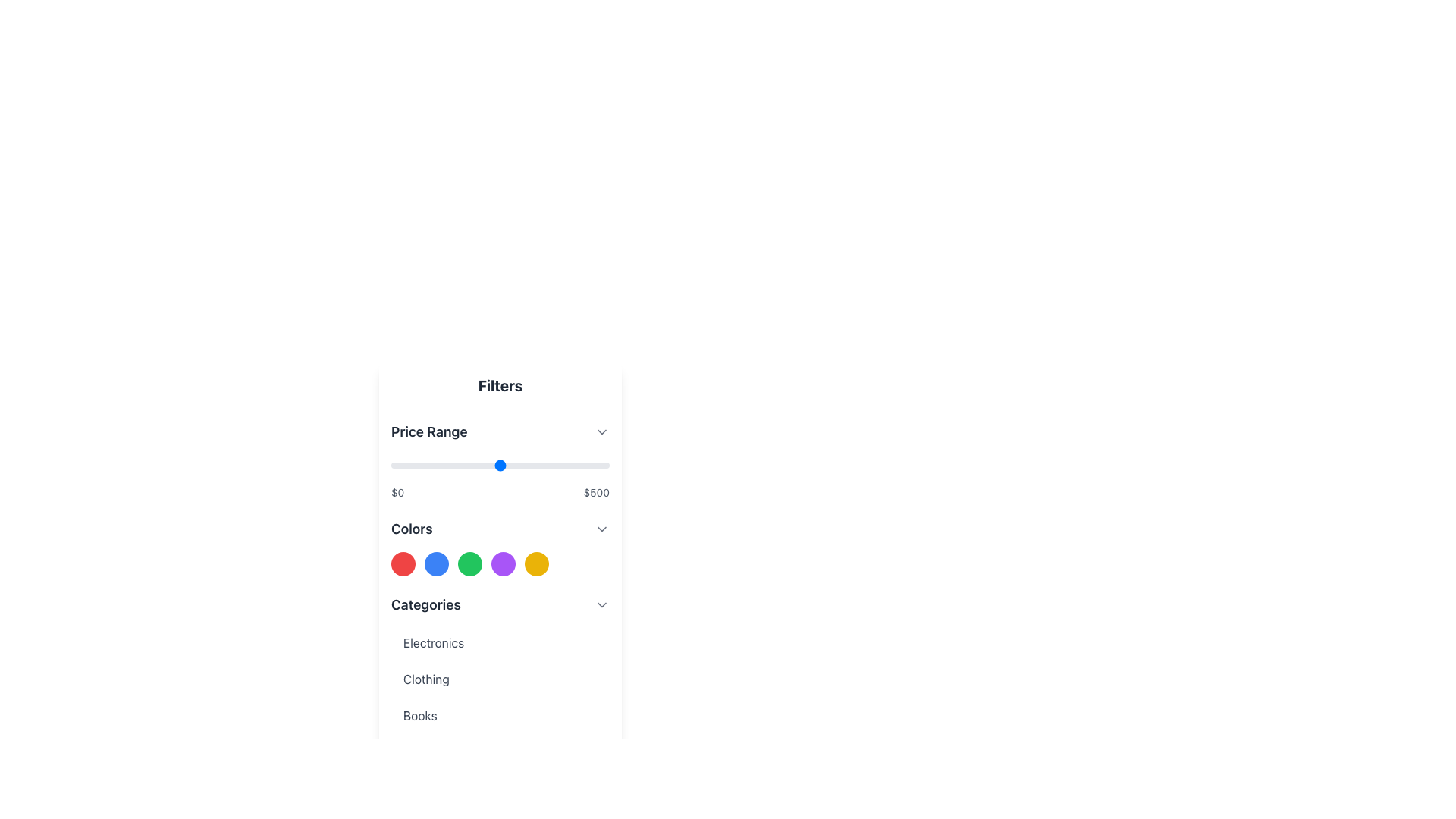 Image resolution: width=1456 pixels, height=819 pixels. What do you see at coordinates (586, 464) in the screenshot?
I see `the slider` at bounding box center [586, 464].